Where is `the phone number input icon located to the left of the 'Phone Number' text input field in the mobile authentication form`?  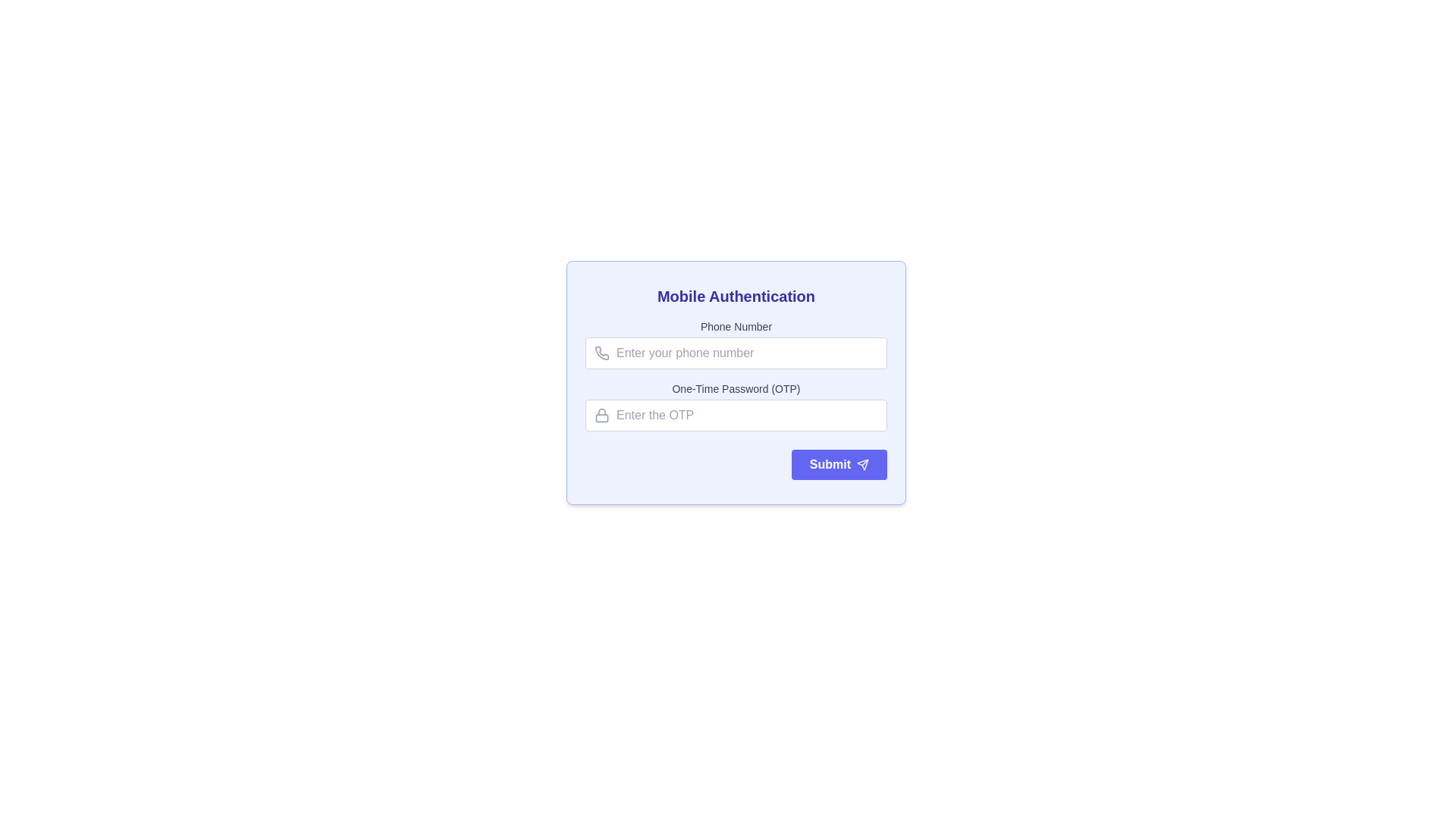
the phone number input icon located to the left of the 'Phone Number' text input field in the mobile authentication form is located at coordinates (601, 353).